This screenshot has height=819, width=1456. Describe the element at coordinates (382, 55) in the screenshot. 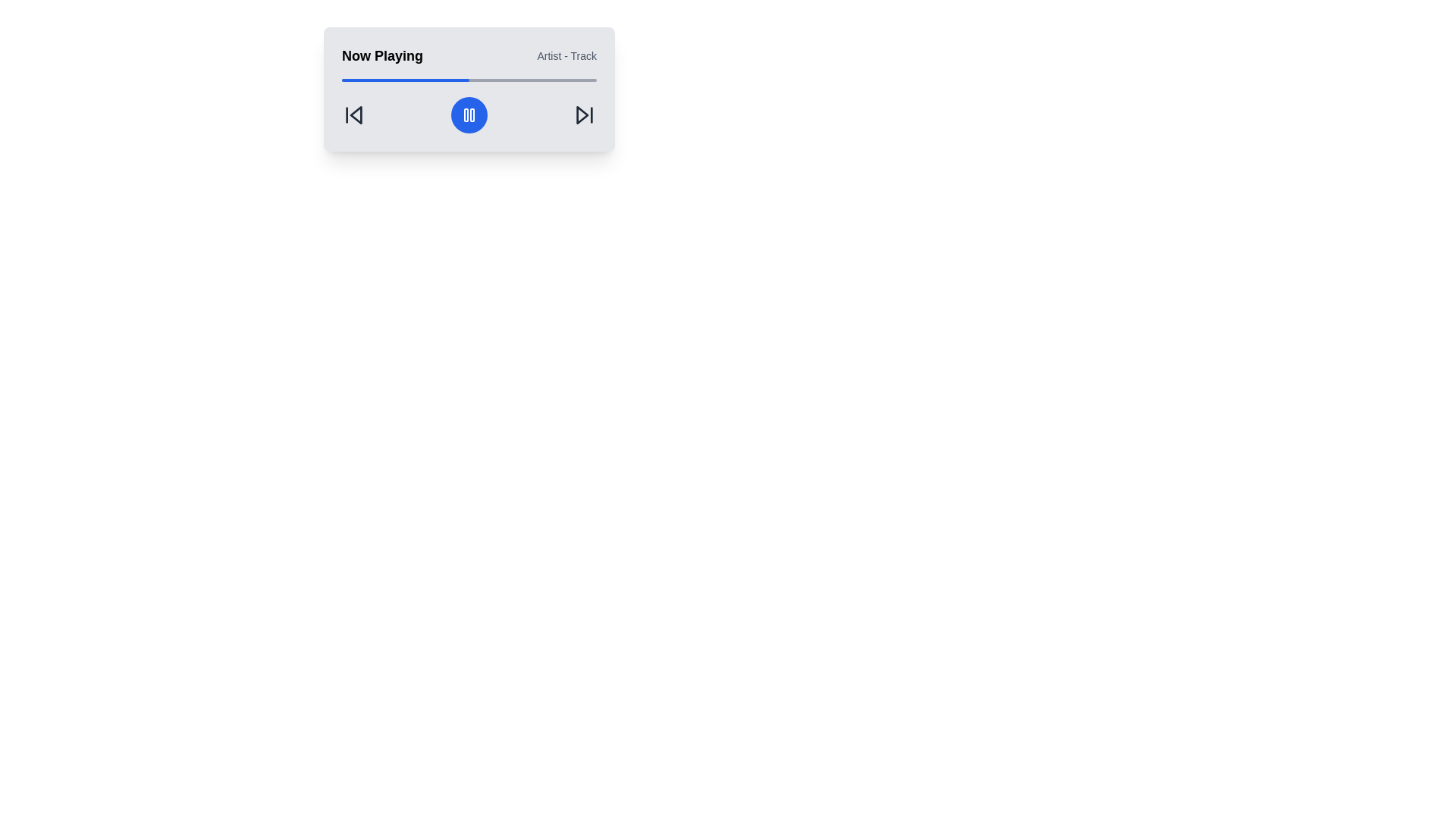

I see `the 'Now Playing' text label, which is prominently displayed in bold black font on a light gray background, located in the upper-left corner of the media playback panel` at that location.